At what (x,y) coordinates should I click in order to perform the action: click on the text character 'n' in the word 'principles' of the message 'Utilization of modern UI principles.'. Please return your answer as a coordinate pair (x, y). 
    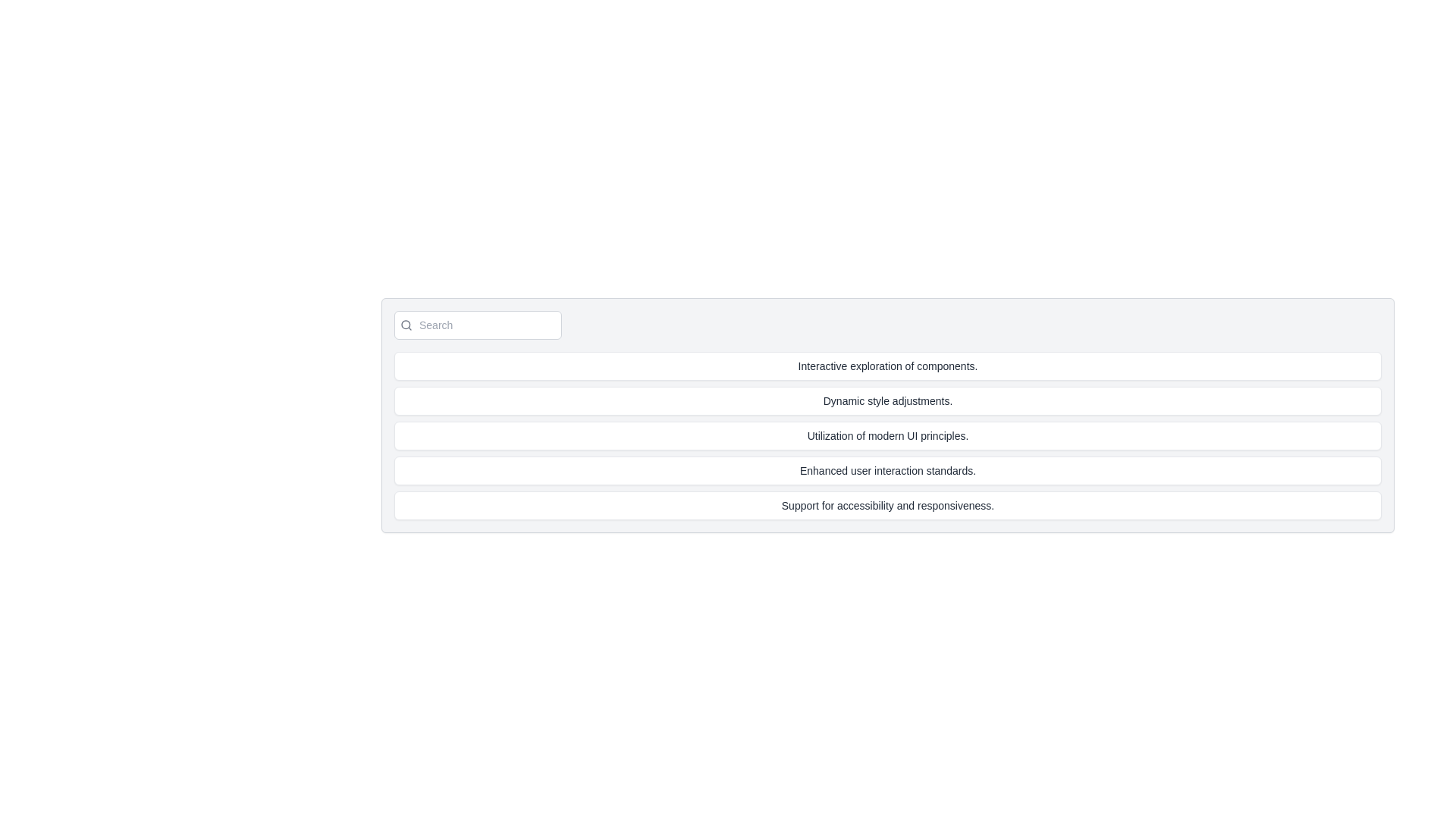
    Looking at the image, I should click on (934, 435).